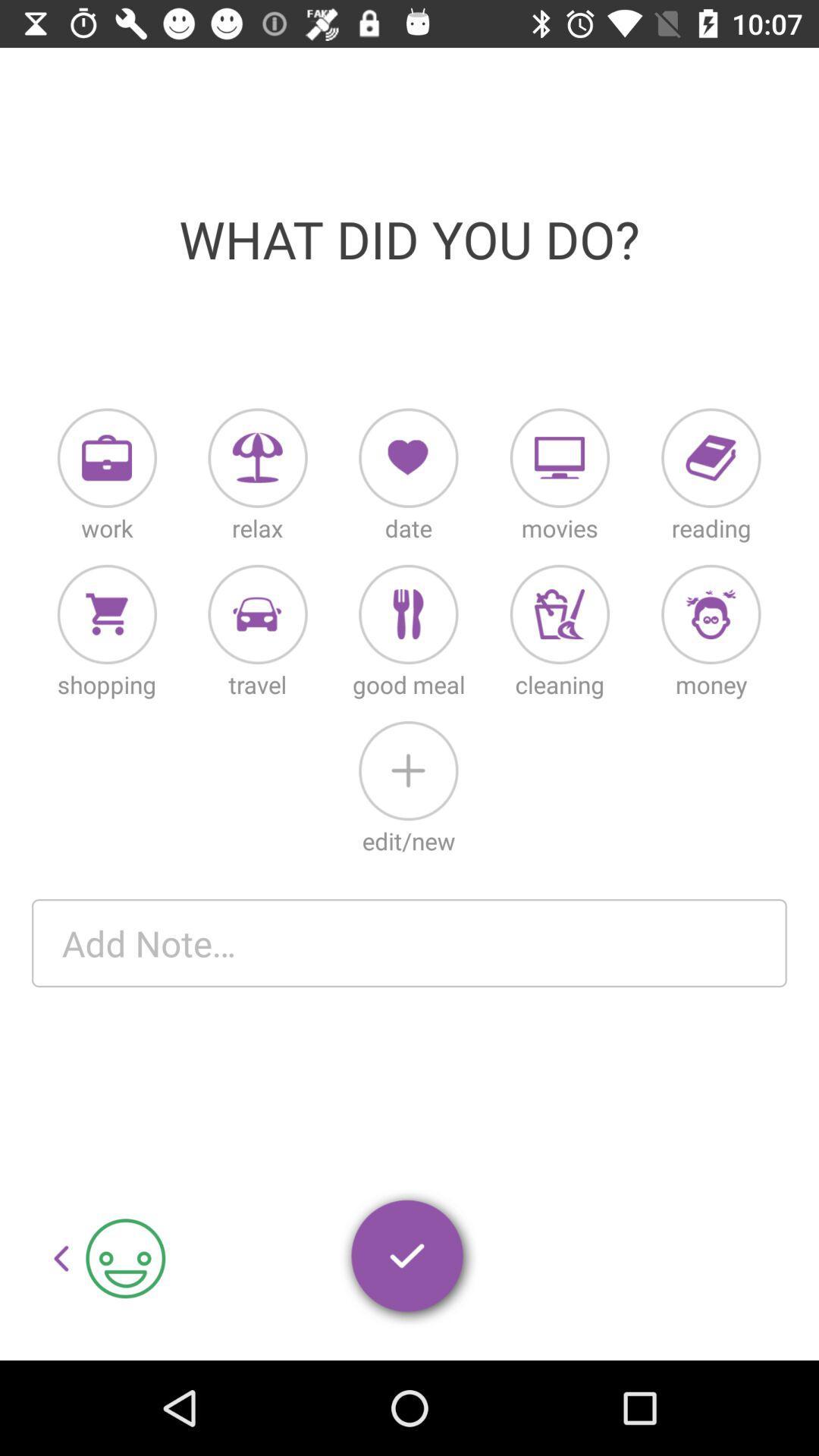 Image resolution: width=819 pixels, height=1456 pixels. I want to click on the smiley symbol which is to the right of left arrow button, so click(124, 1258).